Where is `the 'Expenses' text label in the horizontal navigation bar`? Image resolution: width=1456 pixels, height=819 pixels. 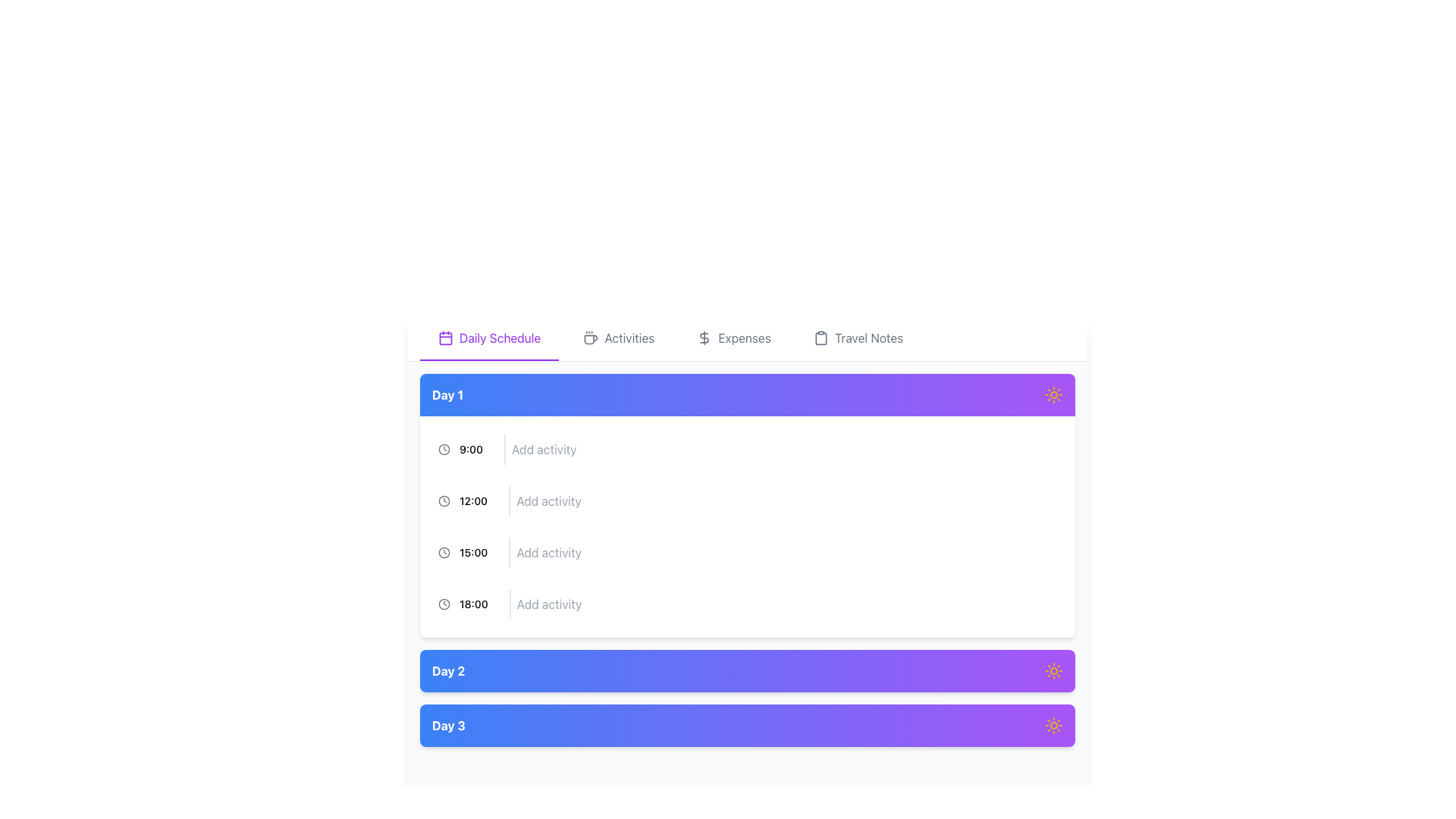 the 'Expenses' text label in the horizontal navigation bar is located at coordinates (745, 337).